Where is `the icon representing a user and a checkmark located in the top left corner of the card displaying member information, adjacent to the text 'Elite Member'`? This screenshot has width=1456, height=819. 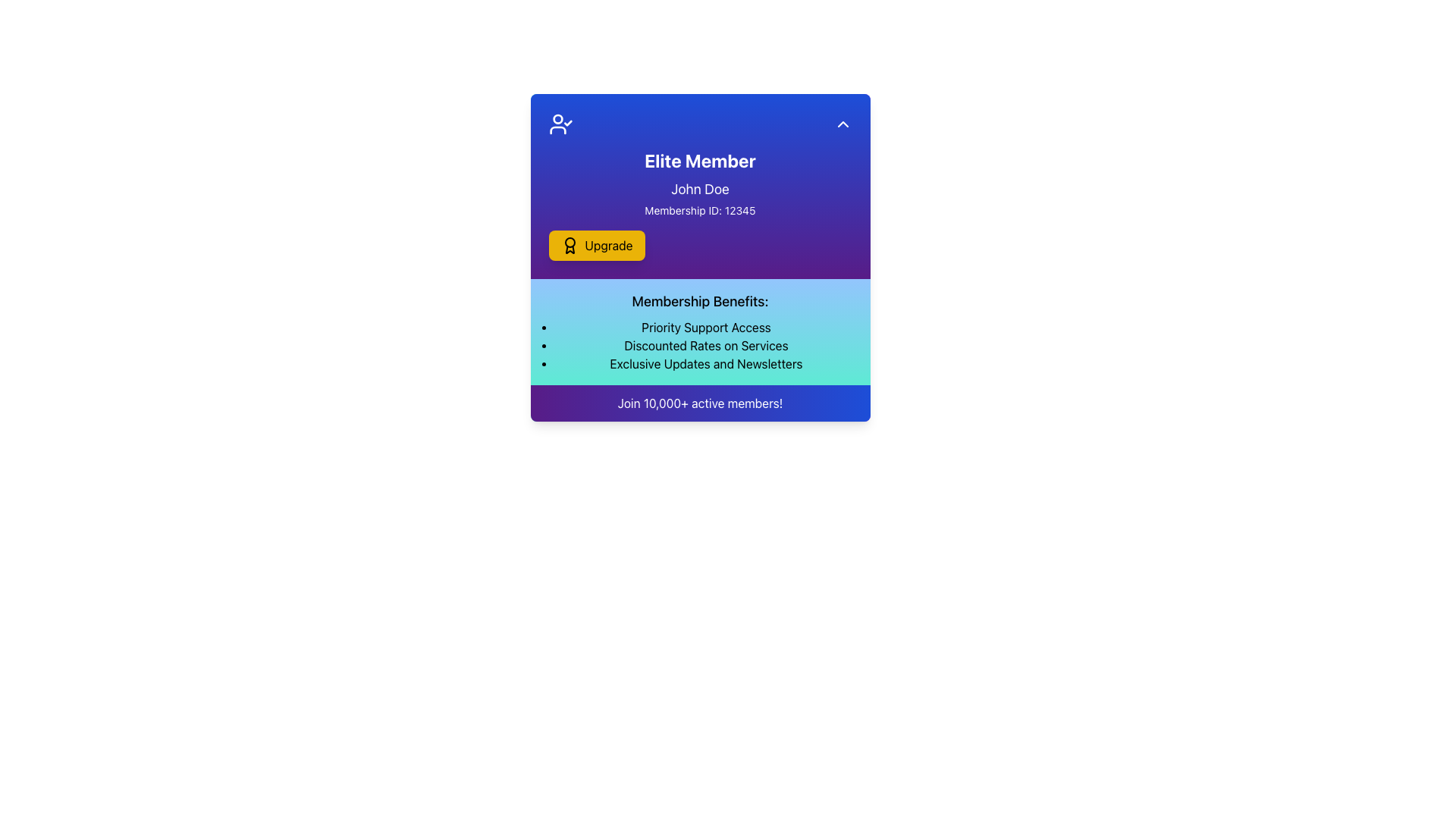 the icon representing a user and a checkmark located in the top left corner of the card displaying member information, adjacent to the text 'Elite Member' is located at coordinates (560, 124).